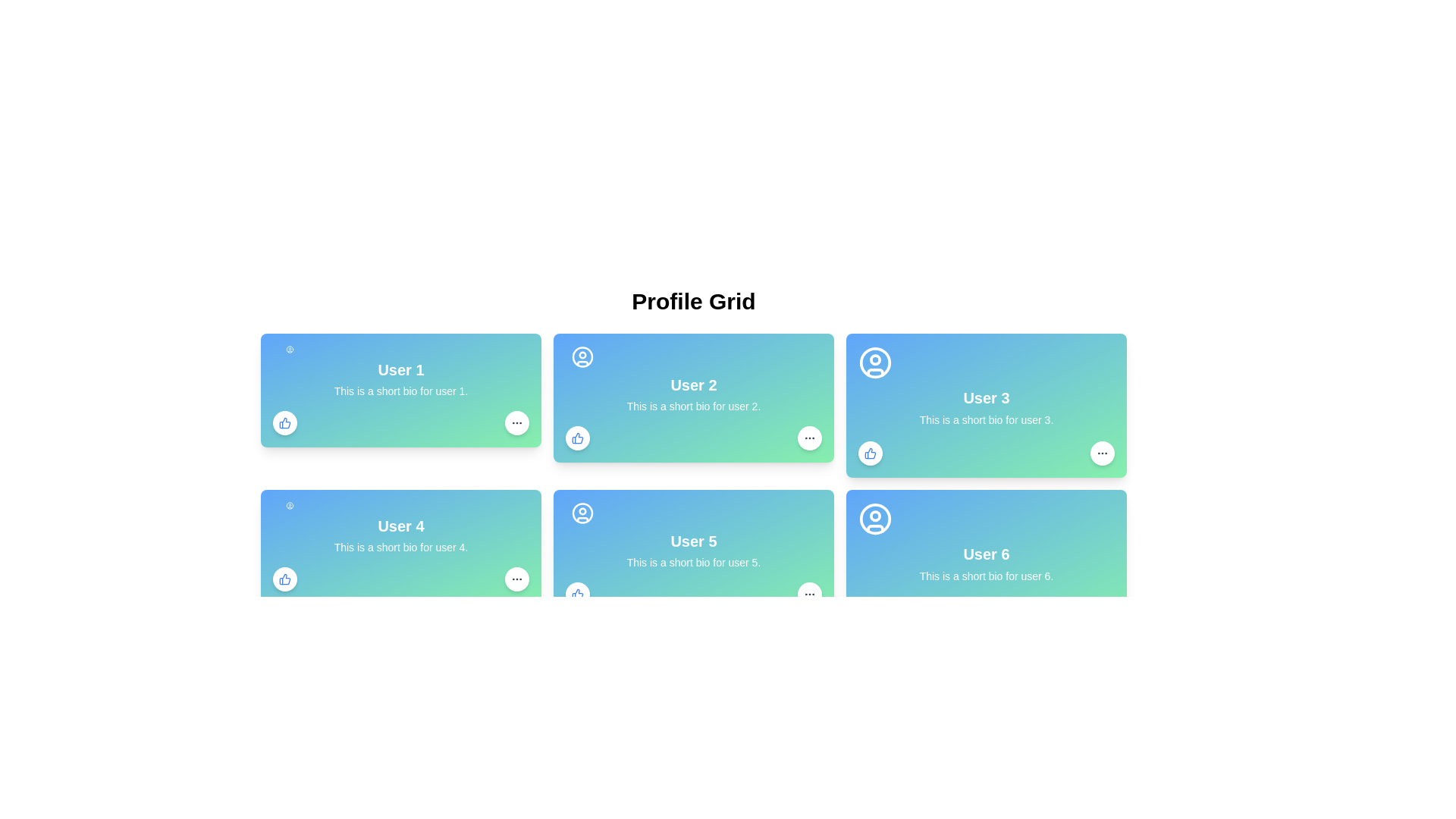 This screenshot has height=819, width=1456. Describe the element at coordinates (870, 452) in the screenshot. I see `the 'like' button located in the bottom-left corner of the 'User 3' card` at that location.